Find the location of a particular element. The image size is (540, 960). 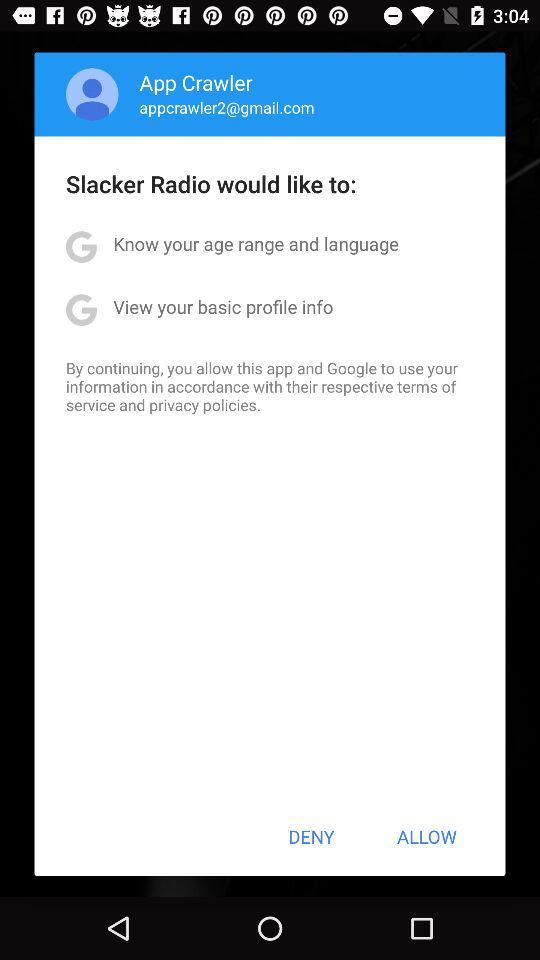

the item above slacker radio would is located at coordinates (226, 107).